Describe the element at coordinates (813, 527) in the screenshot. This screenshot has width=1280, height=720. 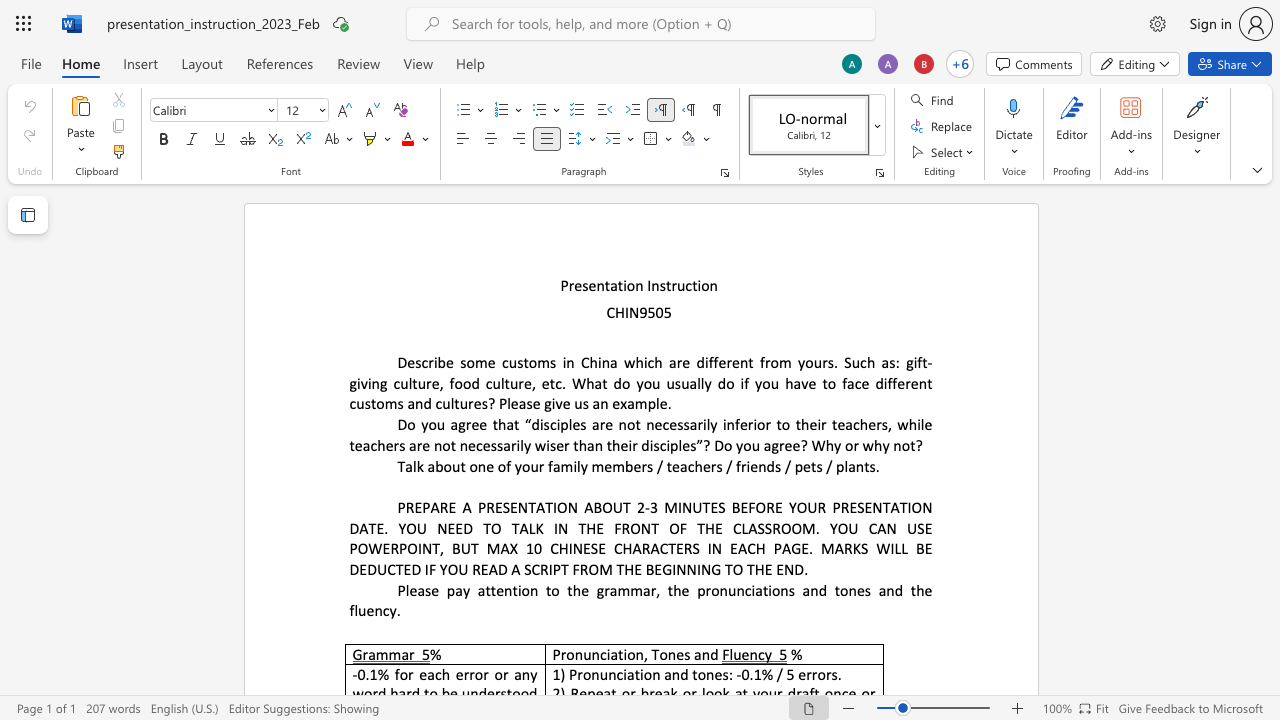
I see `the space between the continuous character "M" and "." in the text` at that location.